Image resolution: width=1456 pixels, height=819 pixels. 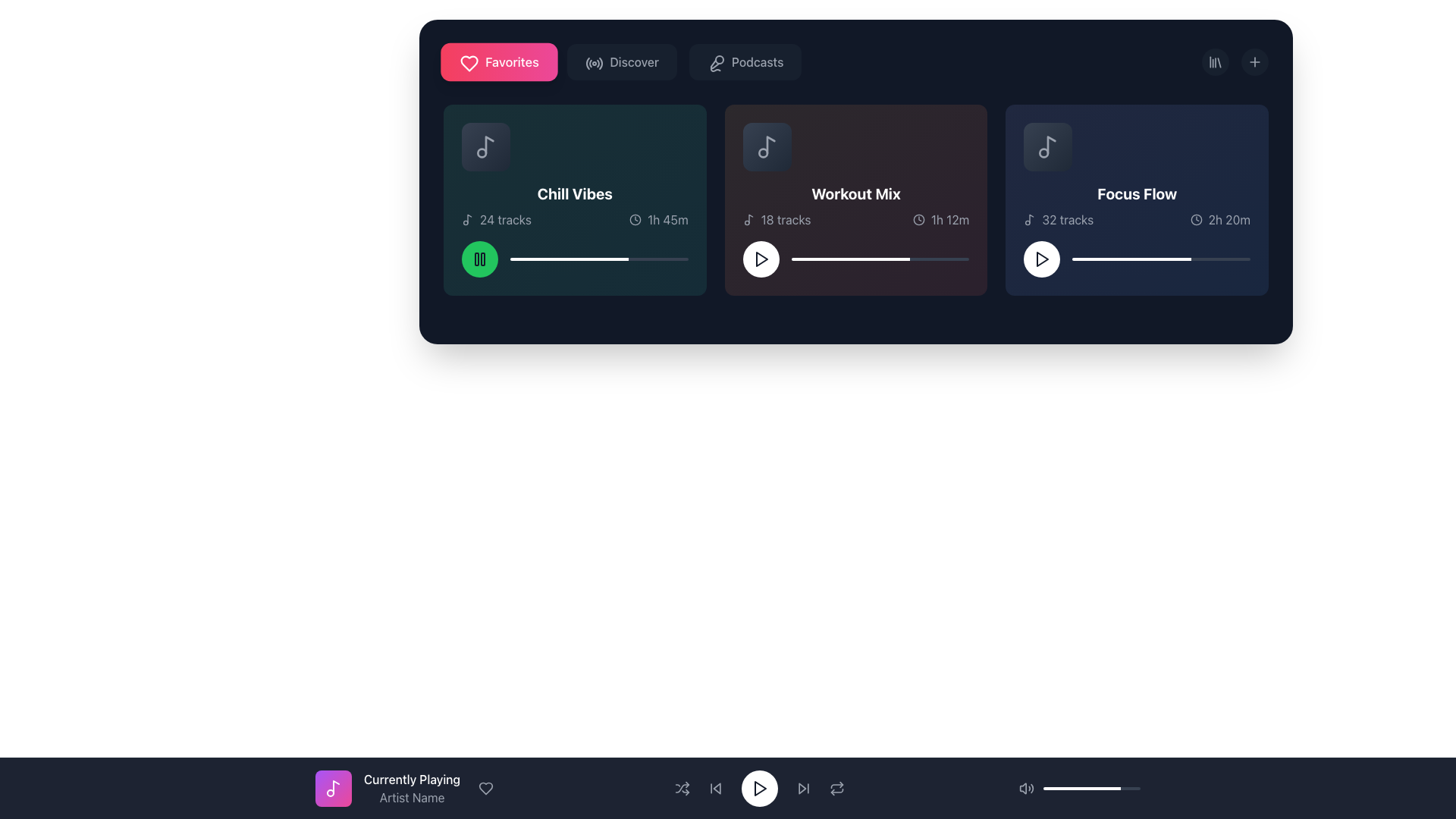 I want to click on the heart icon, which has a hollow appearance and is styled as a vector graphic, to mark the track as a favorite, so click(x=486, y=788).